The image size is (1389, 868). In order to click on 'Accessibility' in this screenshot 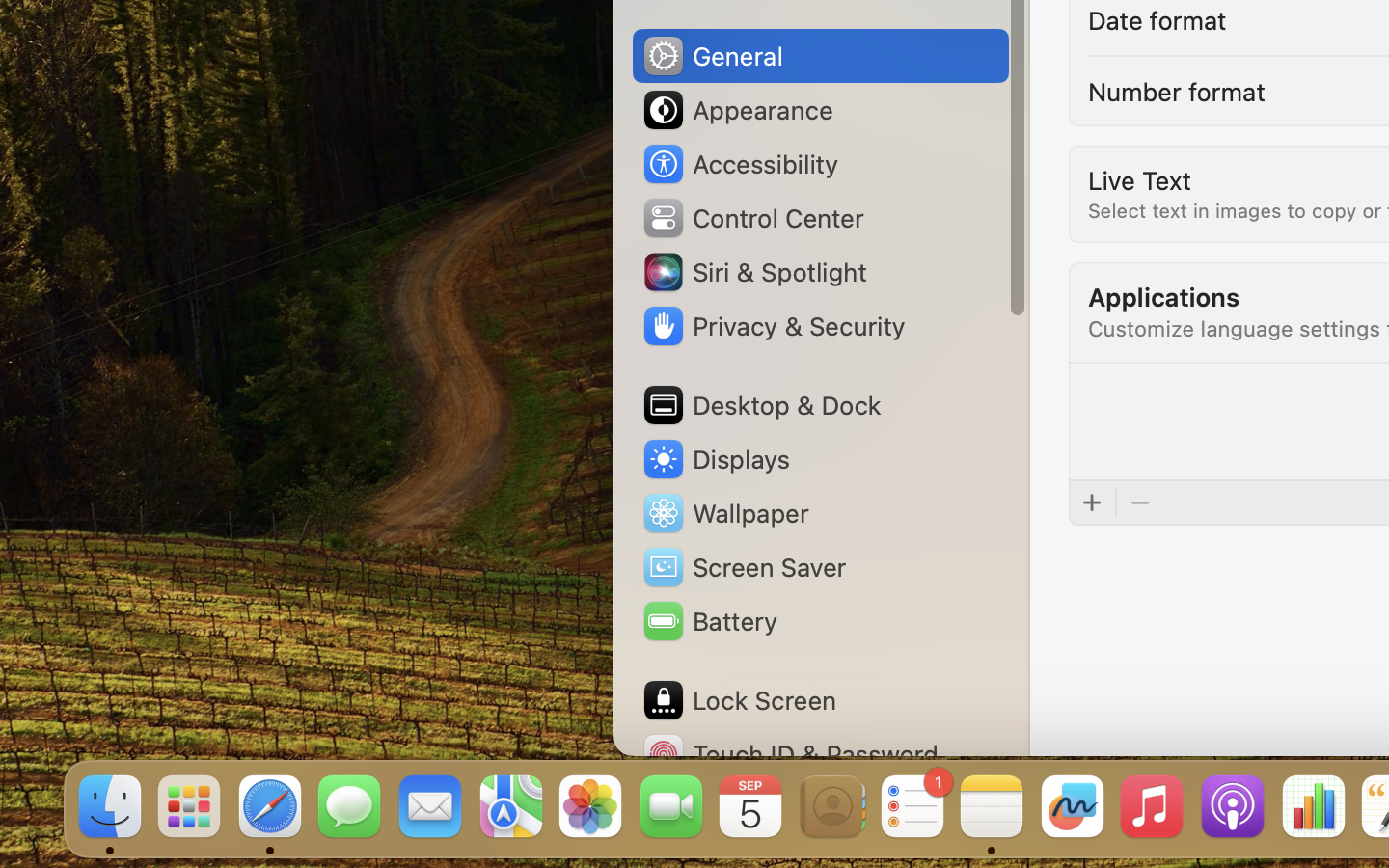, I will do `click(738, 164)`.